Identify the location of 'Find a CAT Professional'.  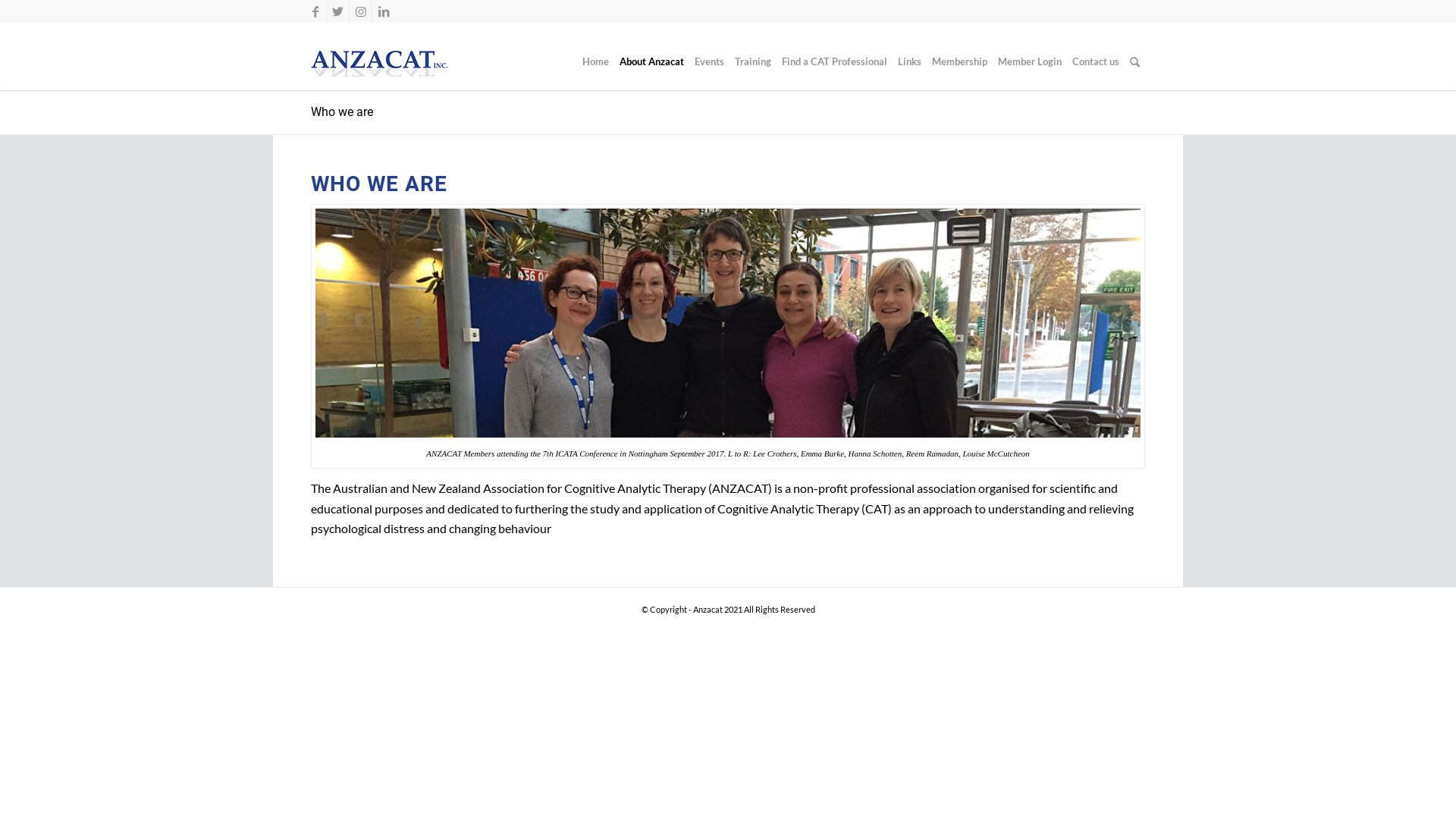
(833, 61).